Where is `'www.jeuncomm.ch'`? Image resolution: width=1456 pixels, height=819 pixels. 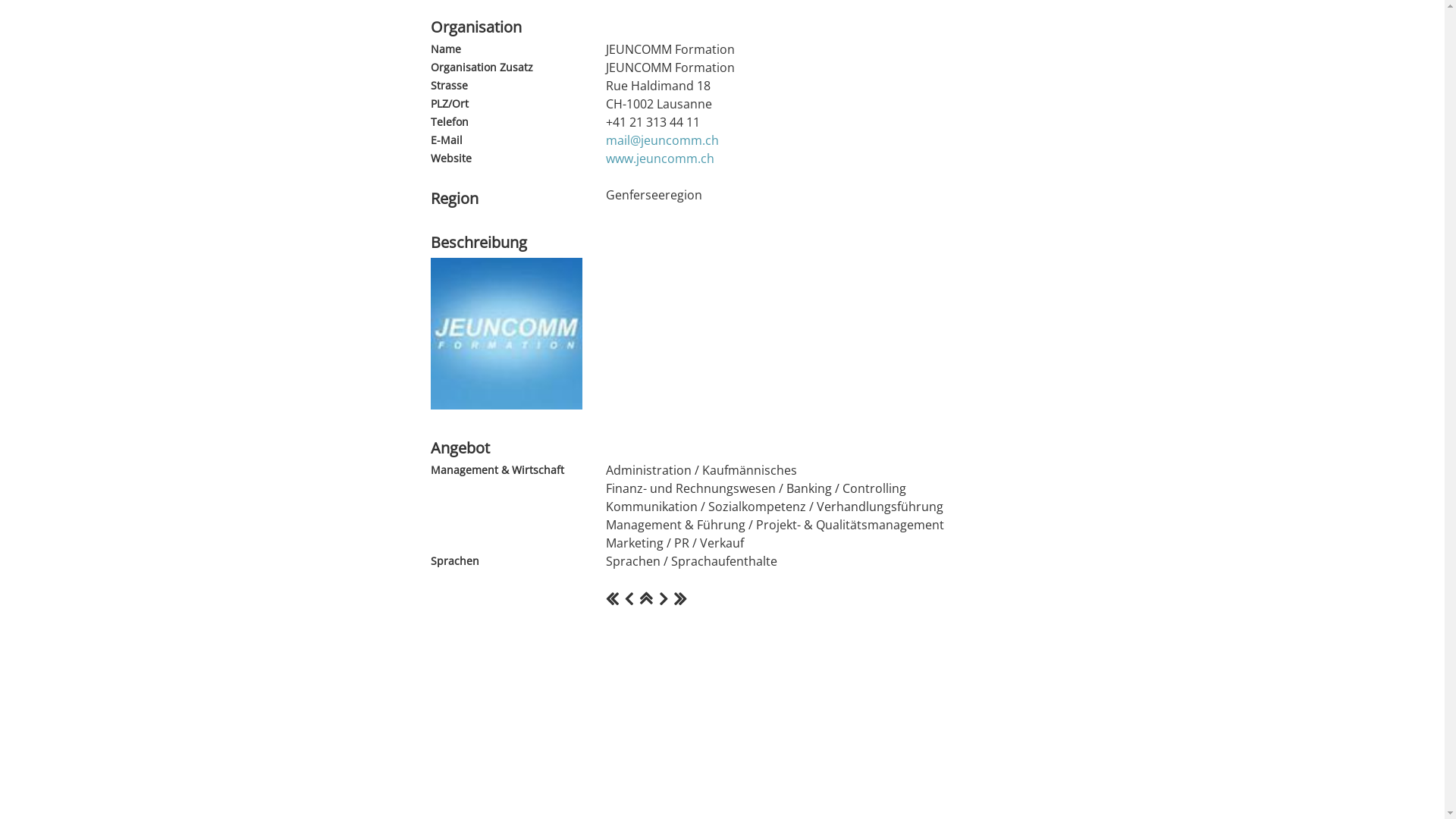 'www.jeuncomm.ch' is located at coordinates (659, 158).